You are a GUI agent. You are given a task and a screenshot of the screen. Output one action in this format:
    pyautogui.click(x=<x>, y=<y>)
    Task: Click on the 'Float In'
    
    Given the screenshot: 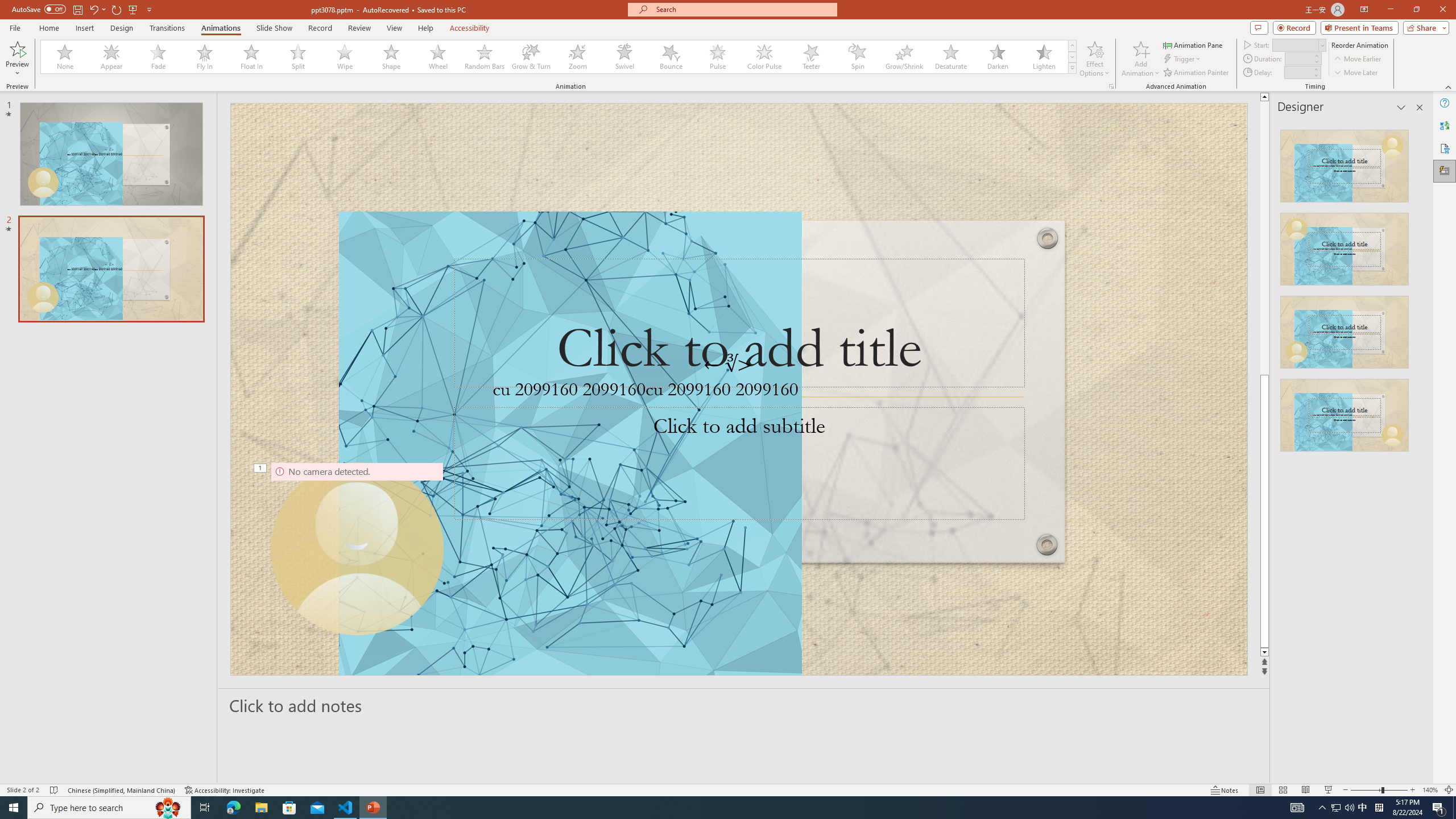 What is the action you would take?
    pyautogui.click(x=251, y=56)
    